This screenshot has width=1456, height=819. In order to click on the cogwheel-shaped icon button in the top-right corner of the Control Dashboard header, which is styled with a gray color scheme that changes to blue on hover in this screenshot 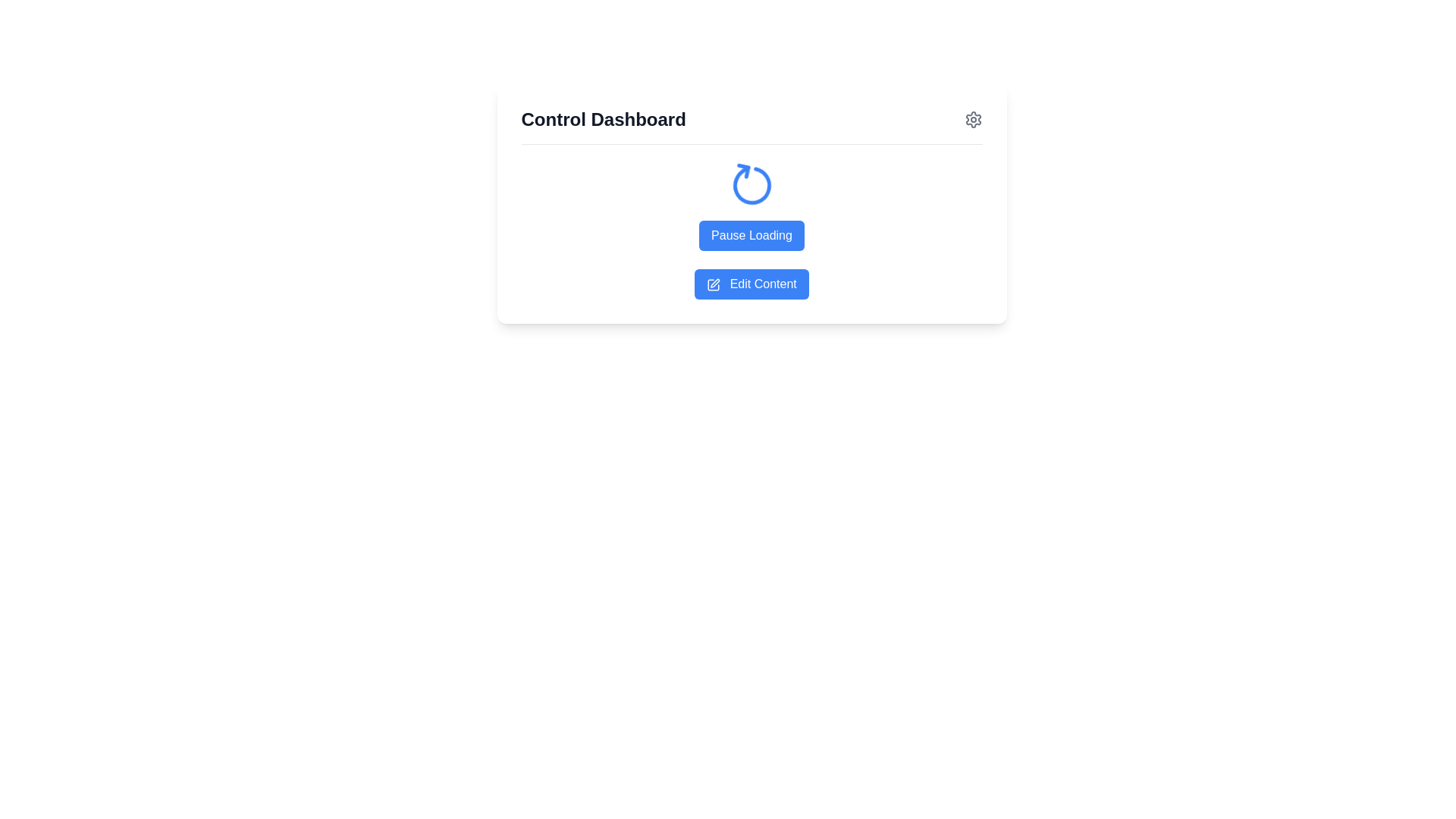, I will do `click(973, 119)`.